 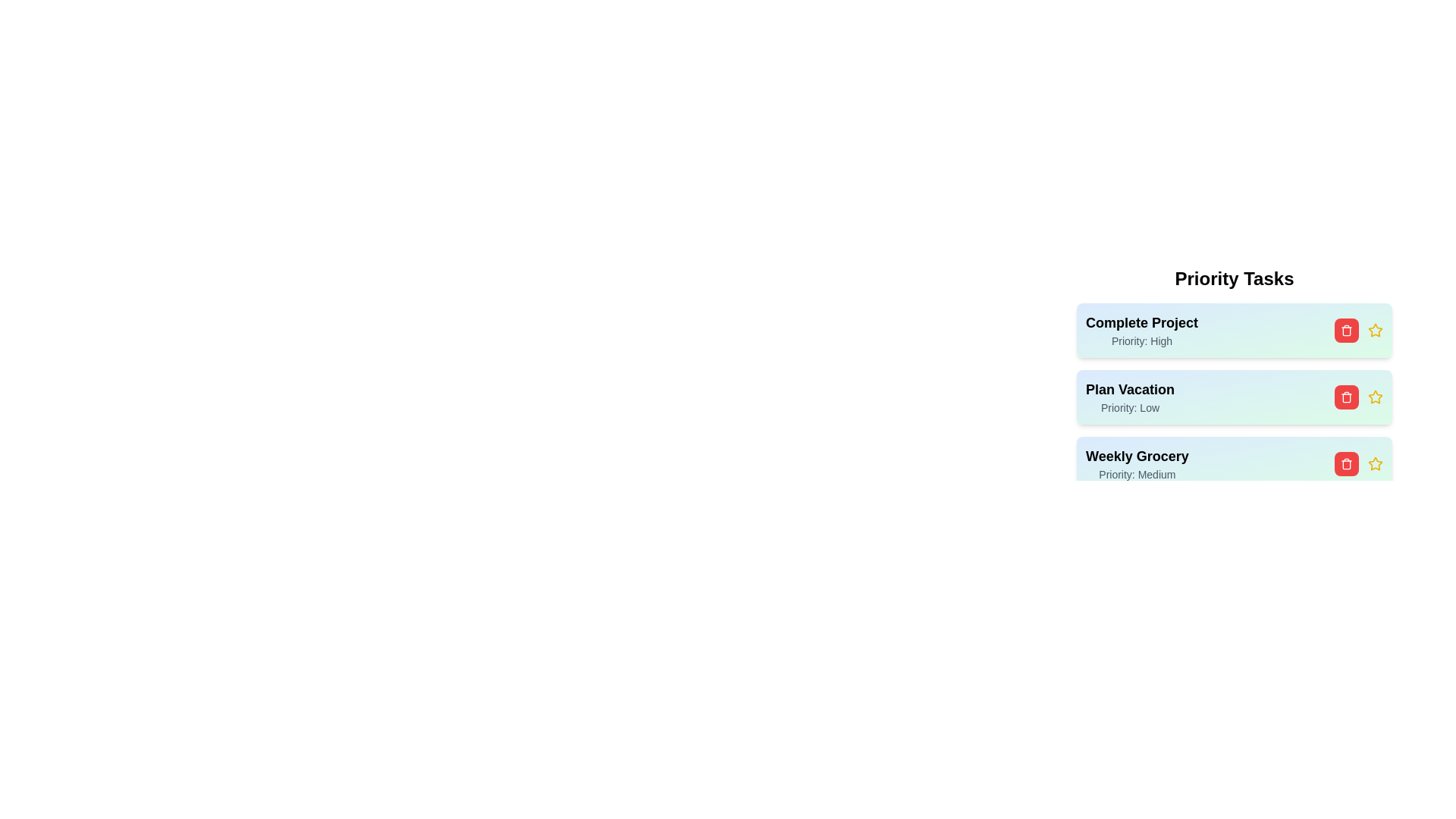 I want to click on delete button for the task titled 'Plan Vacation', so click(x=1347, y=397).